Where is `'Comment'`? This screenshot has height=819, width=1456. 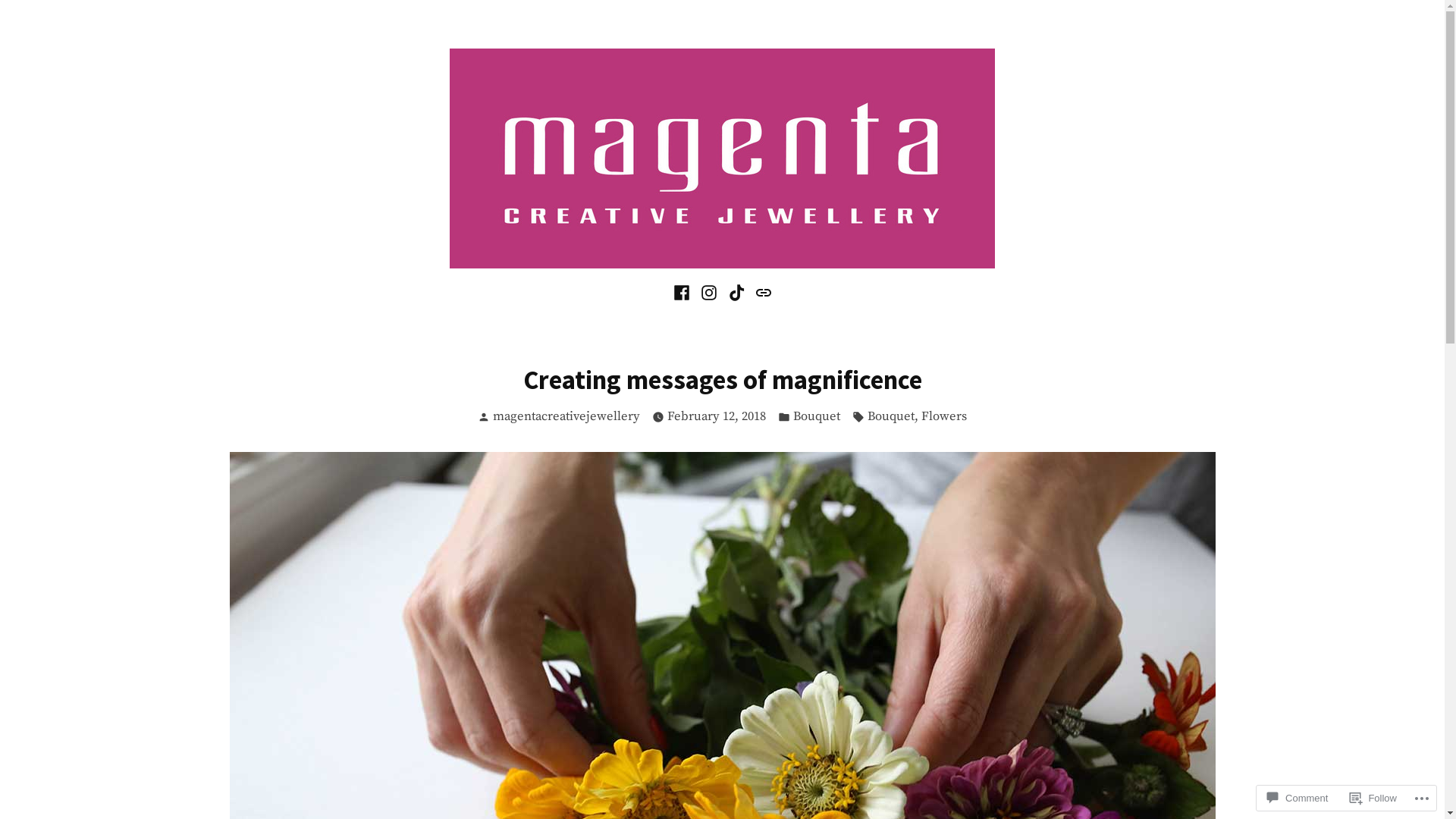
'Comment' is located at coordinates (1296, 797).